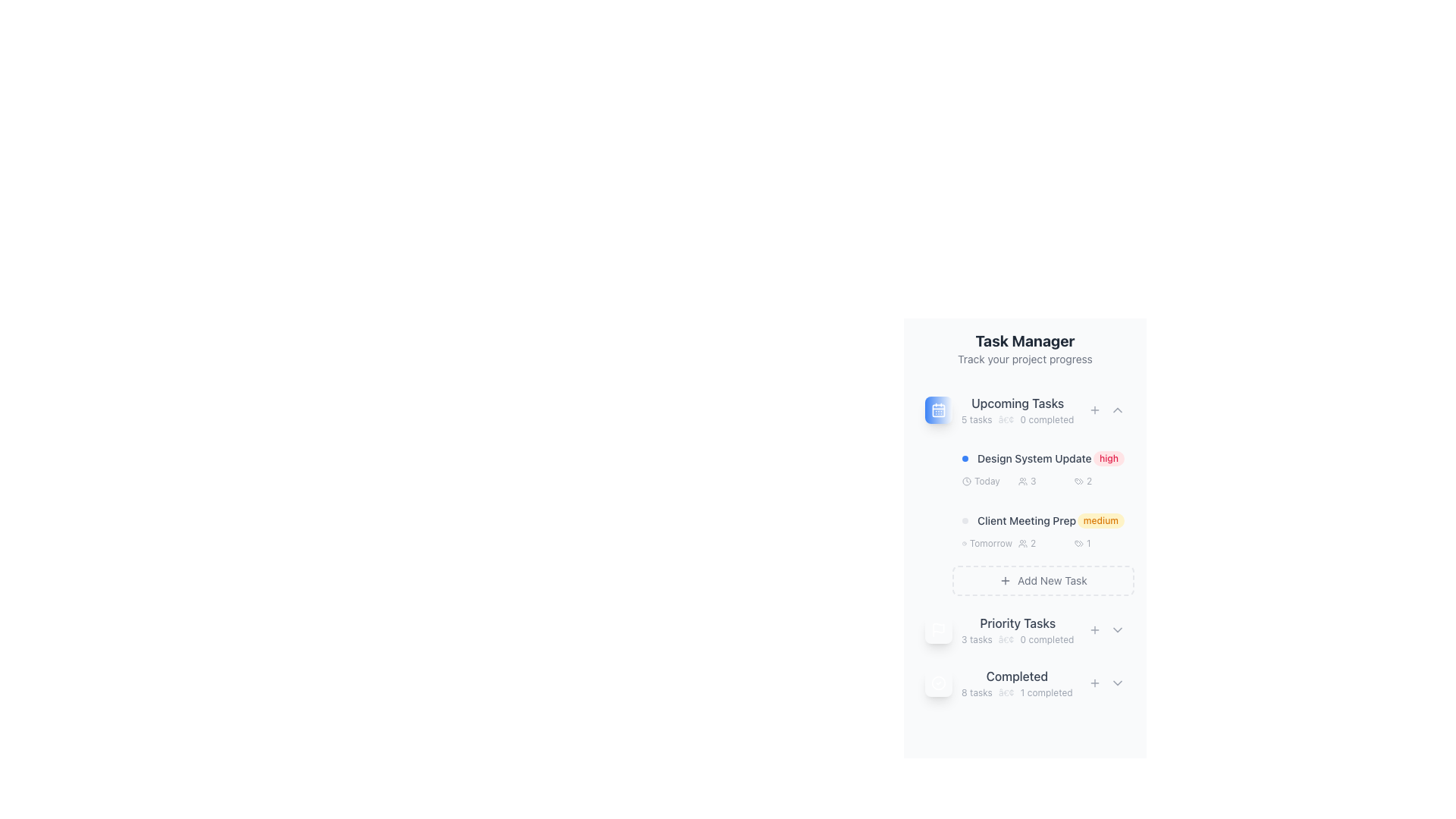  I want to click on the 'Add' button located to the right of the 'Upcoming Tasks' heading in the 'Task Manager' interface, so click(1095, 409).